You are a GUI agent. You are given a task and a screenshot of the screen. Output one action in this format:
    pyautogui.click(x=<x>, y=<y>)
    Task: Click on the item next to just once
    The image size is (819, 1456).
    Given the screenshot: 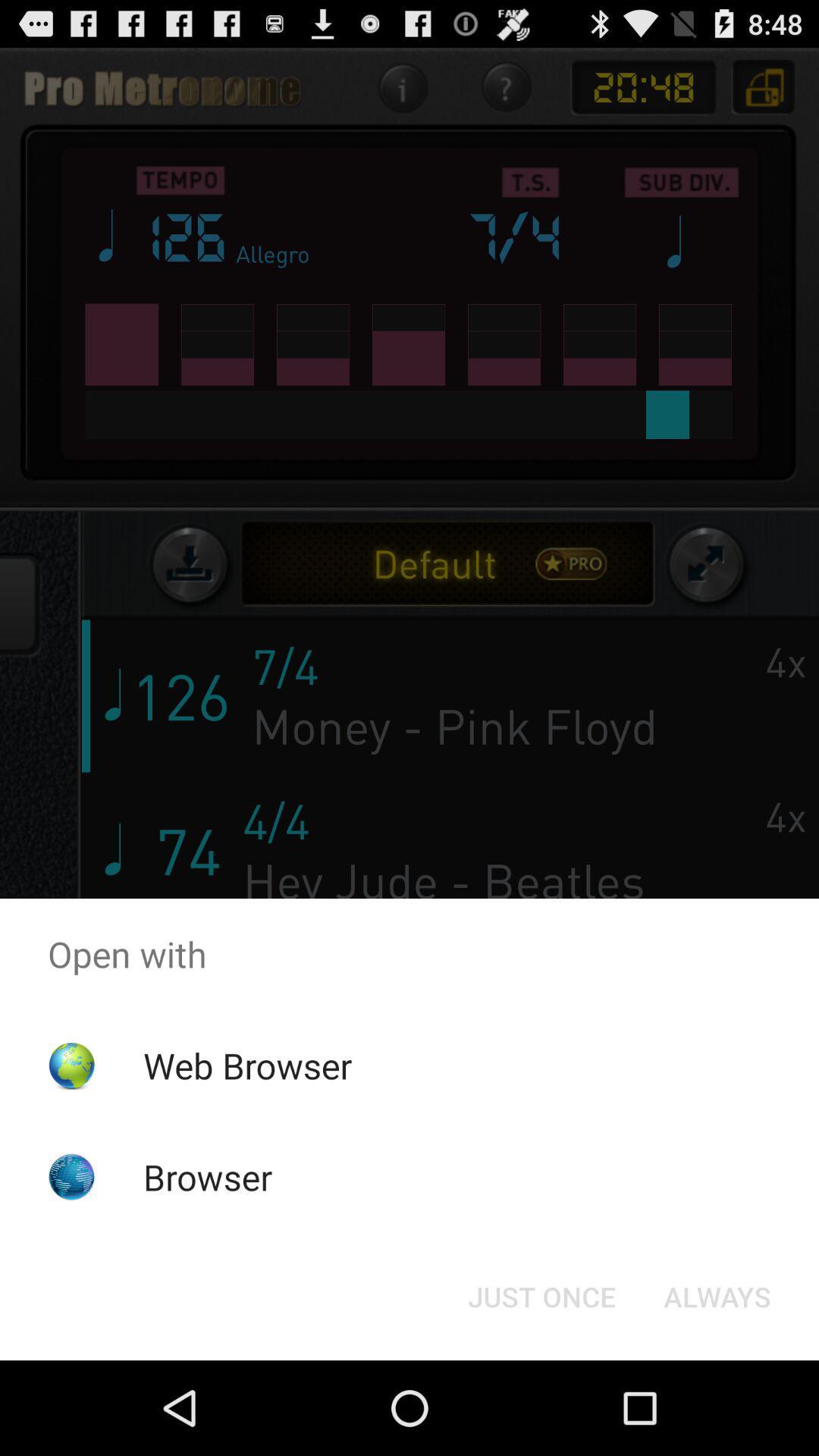 What is the action you would take?
    pyautogui.click(x=717, y=1295)
    